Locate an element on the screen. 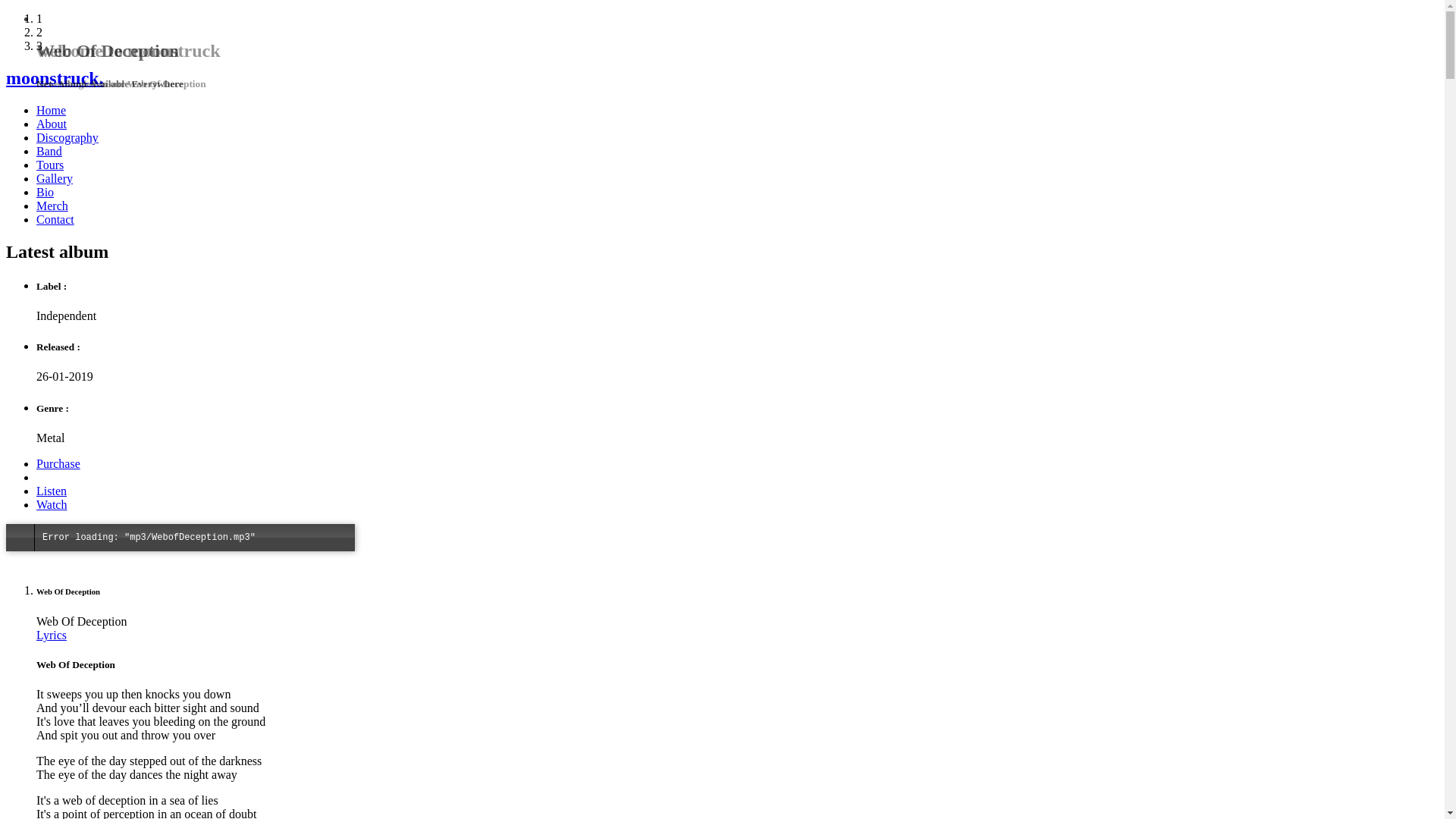 This screenshot has height=819, width=1456. 'Listen' is located at coordinates (36, 491).